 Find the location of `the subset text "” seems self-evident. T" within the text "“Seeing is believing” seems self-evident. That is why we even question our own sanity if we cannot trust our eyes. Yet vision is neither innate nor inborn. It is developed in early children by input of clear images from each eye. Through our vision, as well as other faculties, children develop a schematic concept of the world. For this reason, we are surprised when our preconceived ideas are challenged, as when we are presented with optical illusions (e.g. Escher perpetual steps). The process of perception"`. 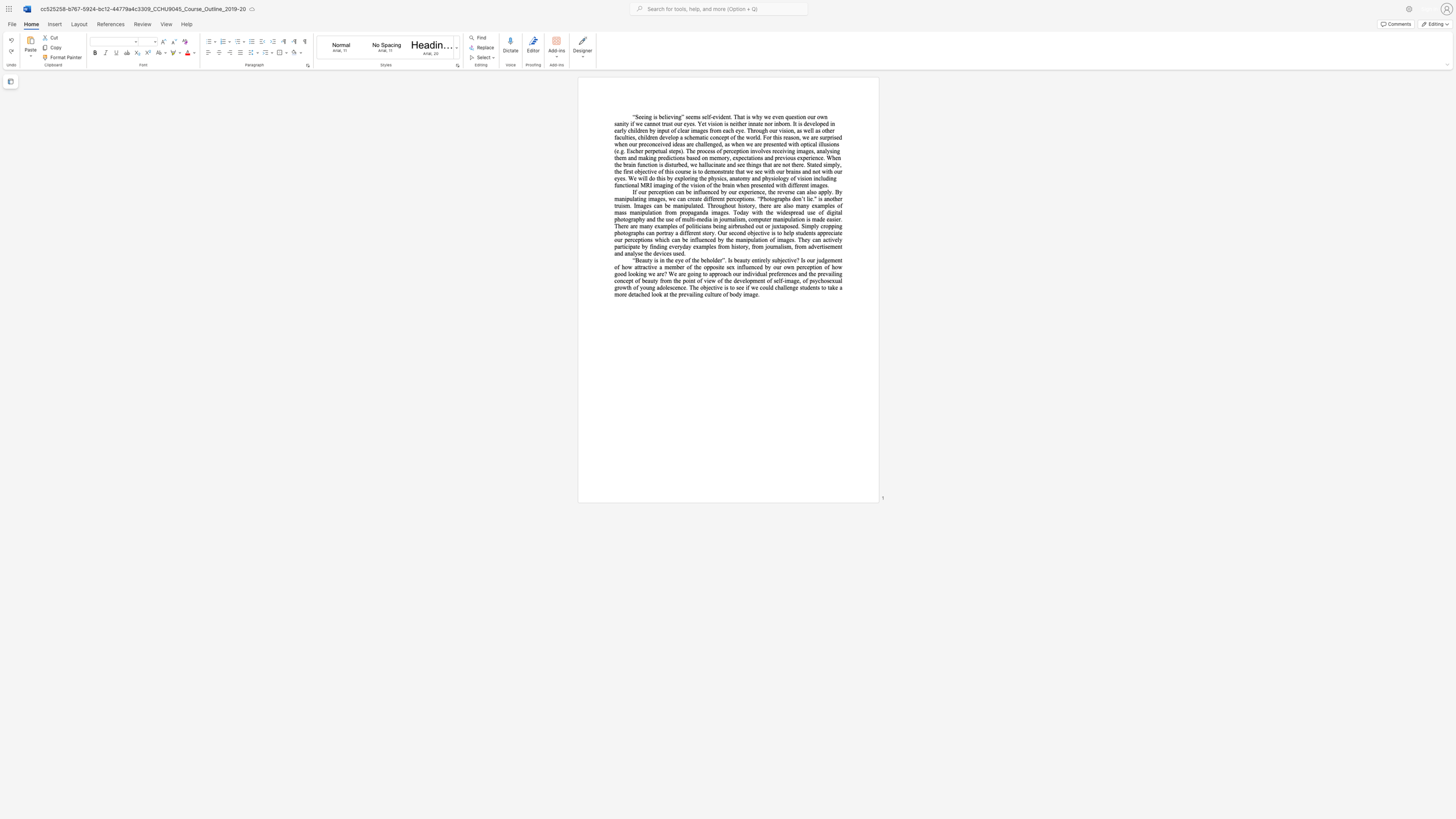

the subset text "” seems self-evident. T" within the text "“Seeing is believing” seems self-evident. That is why we even question our own sanity if we cannot trust our eyes. Yet vision is neither innate nor inborn. It is developed in early children by input of clear images from each eye. Through our vision, as well as other faculties, children develop a schematic concept of the world. For this reason, we are surprised when our preconceived ideas are challenged, as when we are presented with optical illusions (e.g. Escher perpetual steps). The process of perception" is located at coordinates (681, 116).